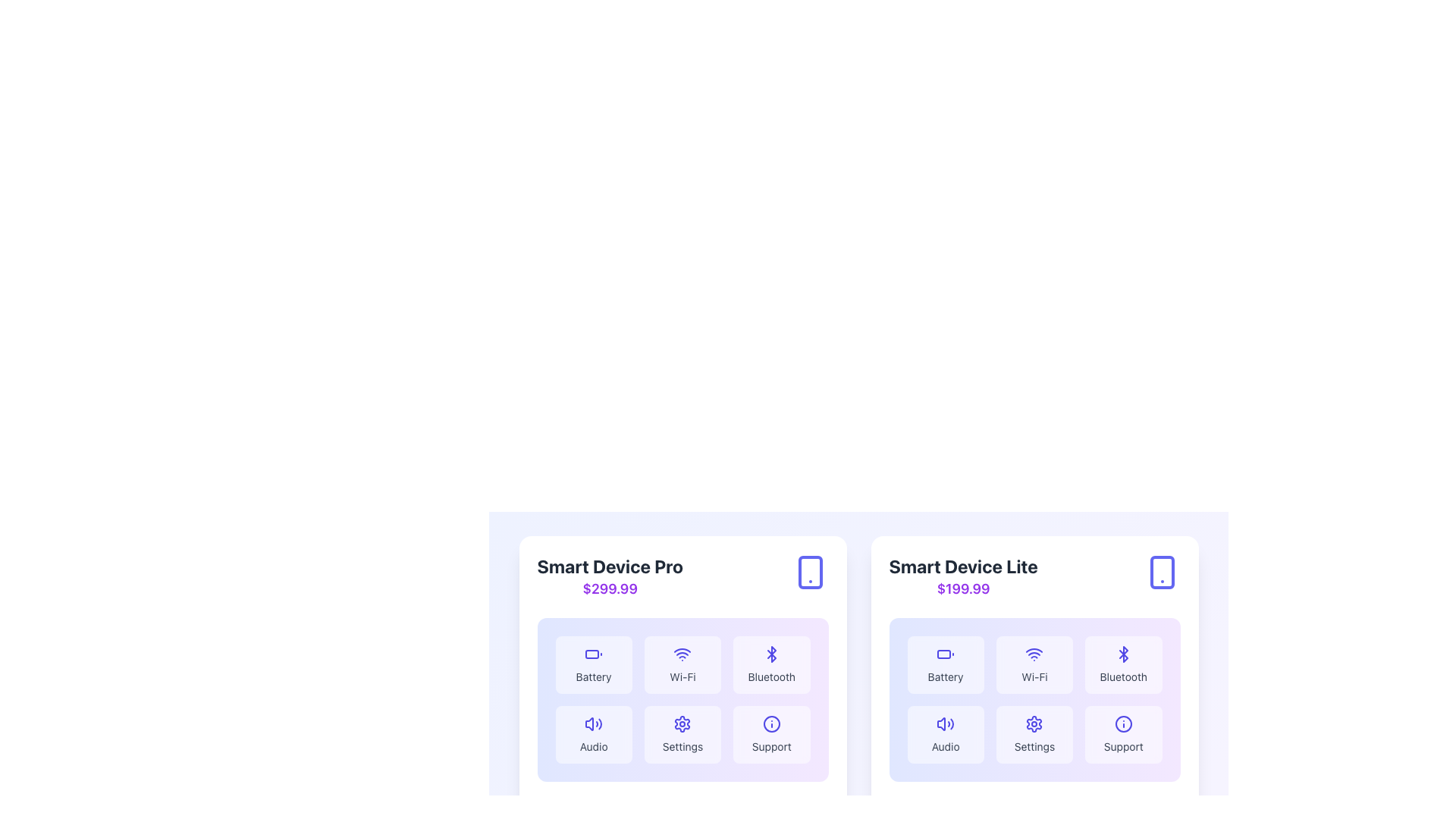  Describe the element at coordinates (771, 723) in the screenshot. I see `the circular Information icon with a blue outline and background located in the lower-right corner of the 3x2 grid in the 'Support' section of the 'Smart Device Pro' interface` at that location.